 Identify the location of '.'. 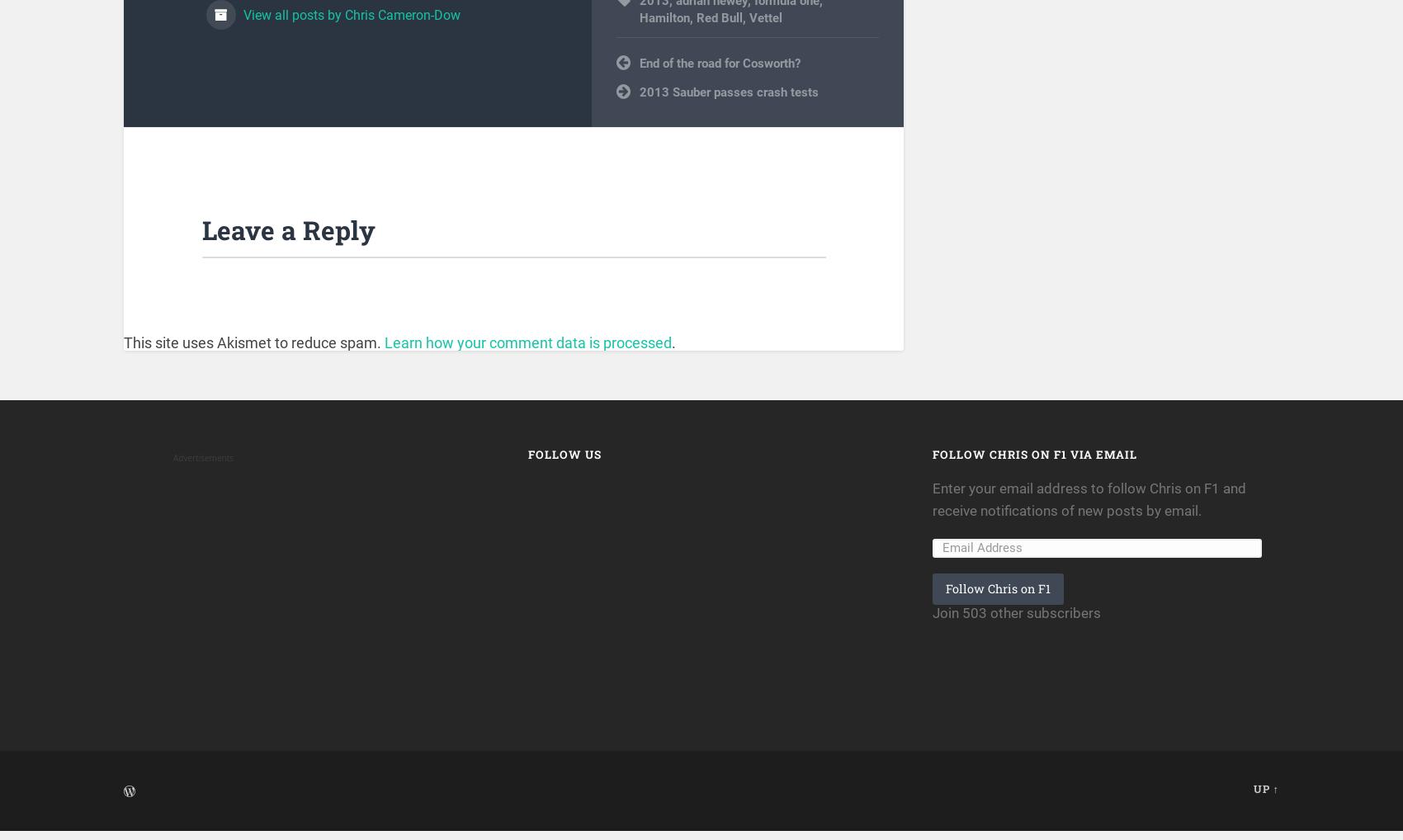
(673, 352).